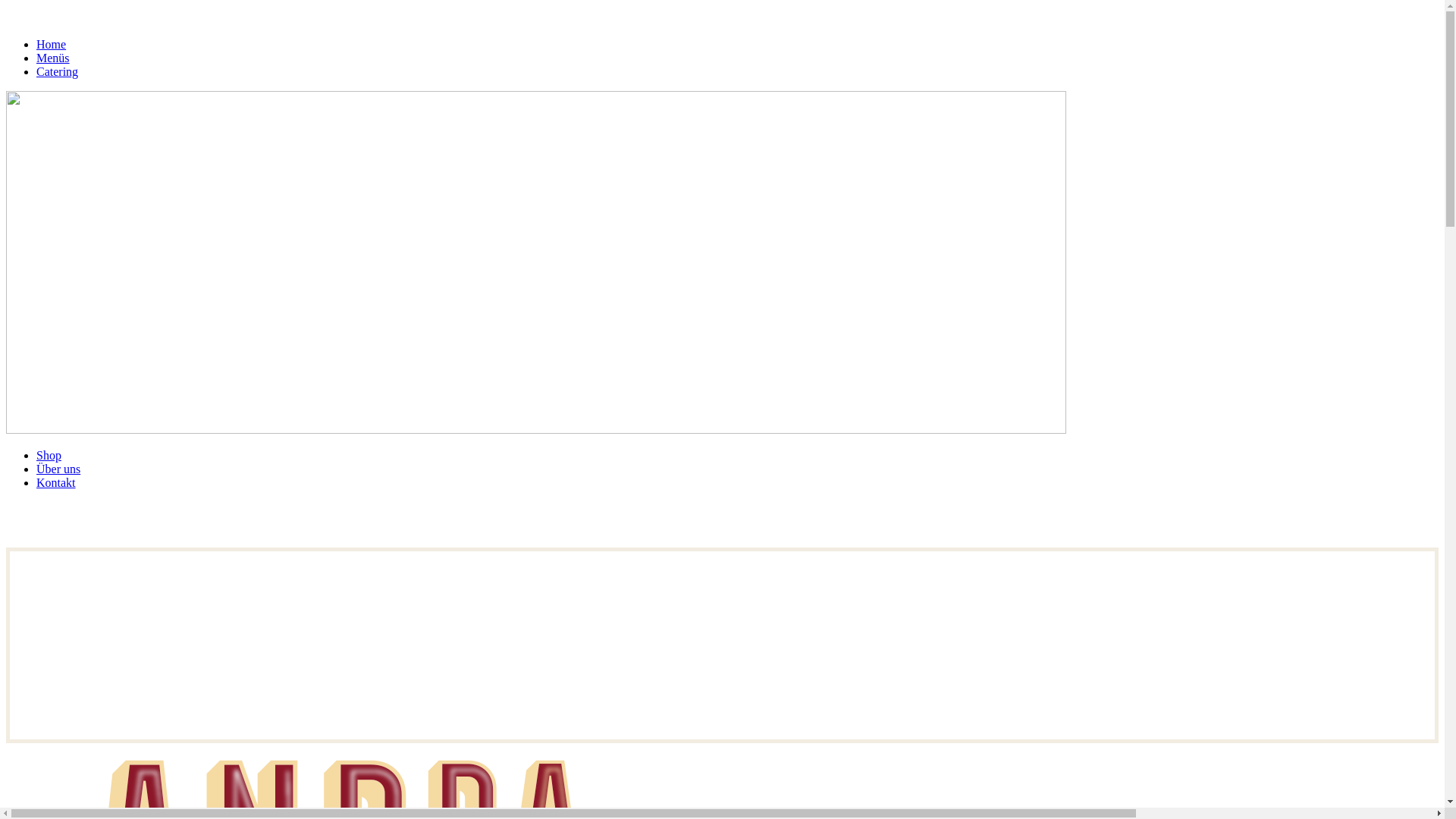  Describe the element at coordinates (36, 454) in the screenshot. I see `'Shop'` at that location.